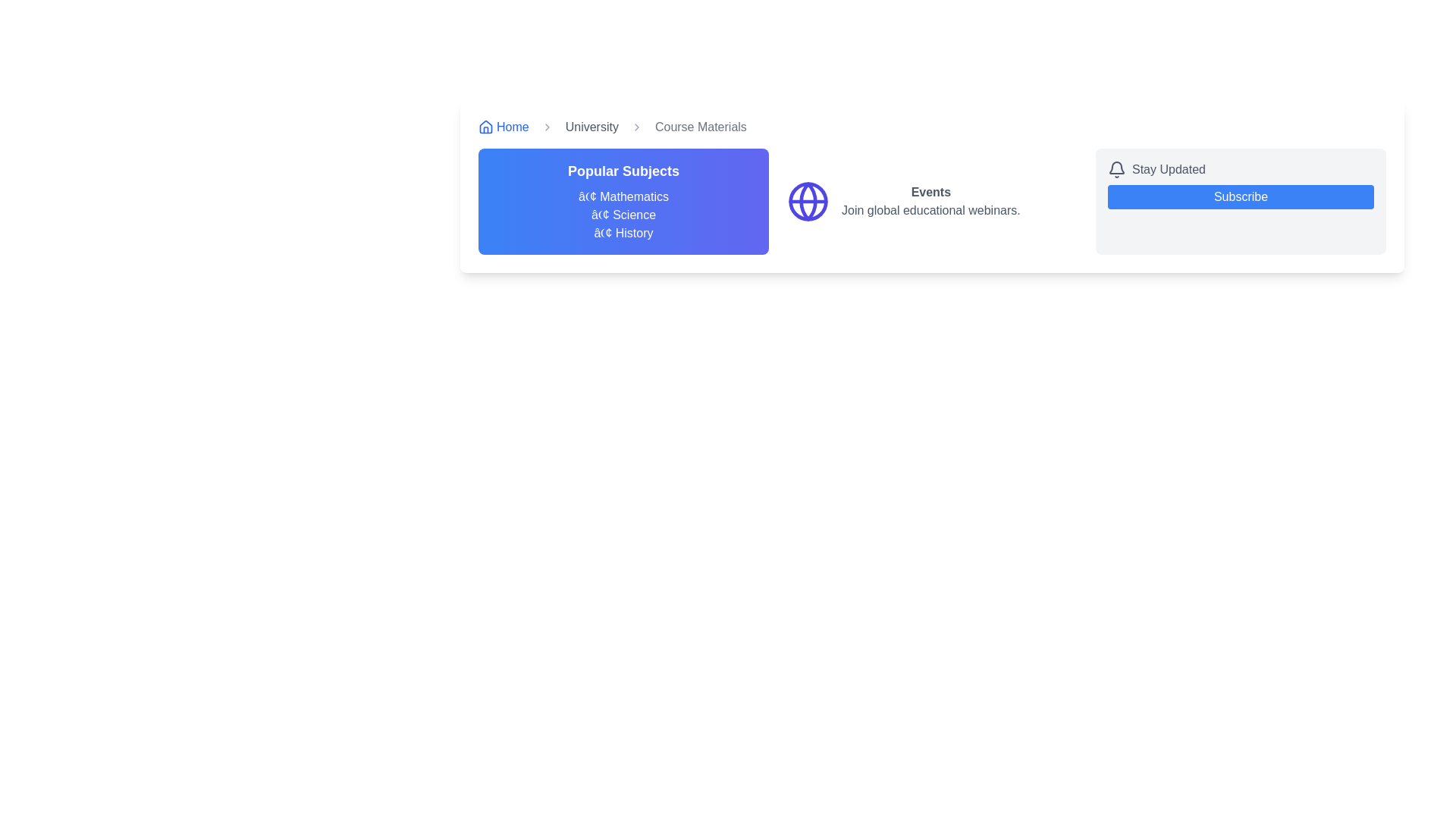 The image size is (1456, 819). Describe the element at coordinates (931, 201) in the screenshot. I see `the 'Events' informational section, which includes a globe icon and text stating 'Join global educational webinars.'` at that location.